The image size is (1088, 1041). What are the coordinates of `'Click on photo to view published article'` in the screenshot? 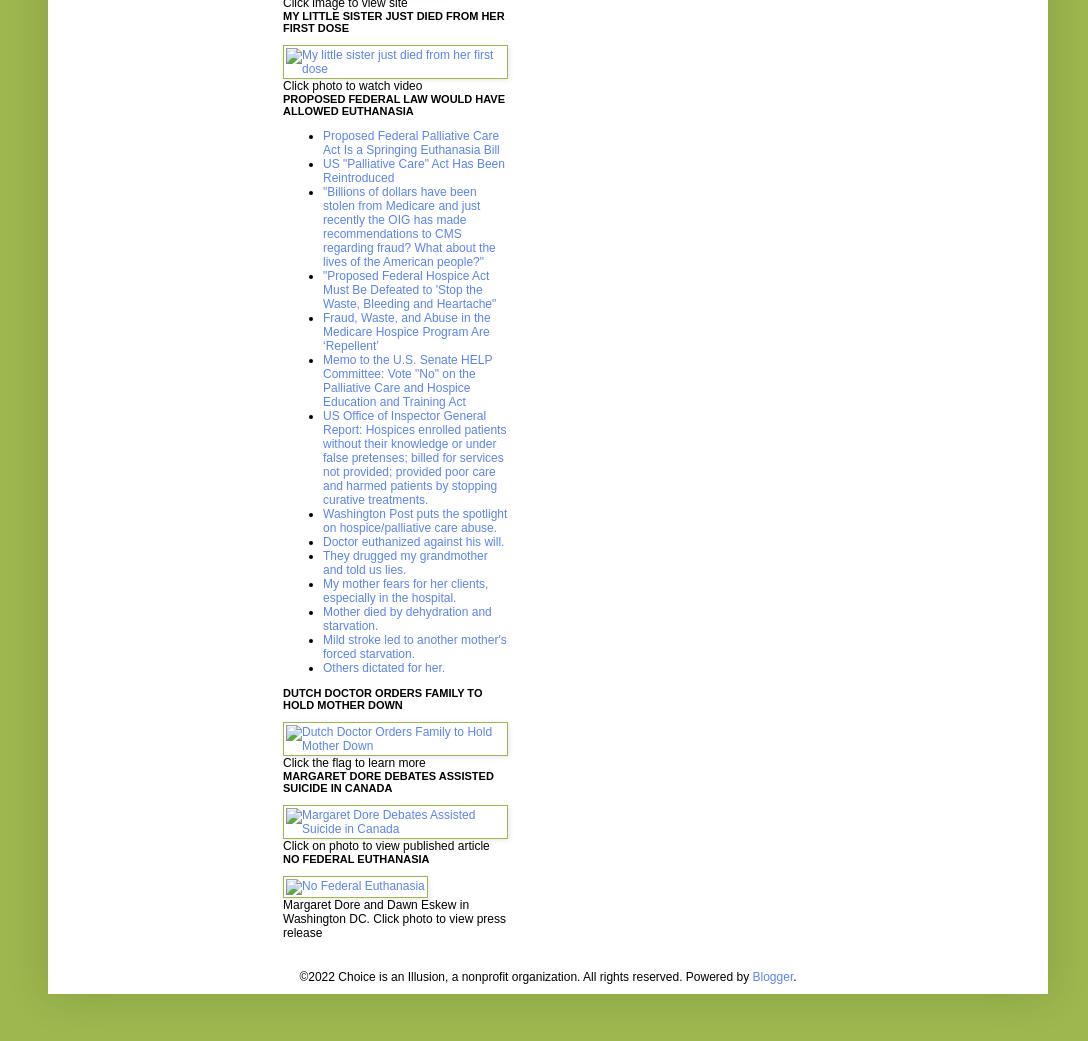 It's located at (386, 845).